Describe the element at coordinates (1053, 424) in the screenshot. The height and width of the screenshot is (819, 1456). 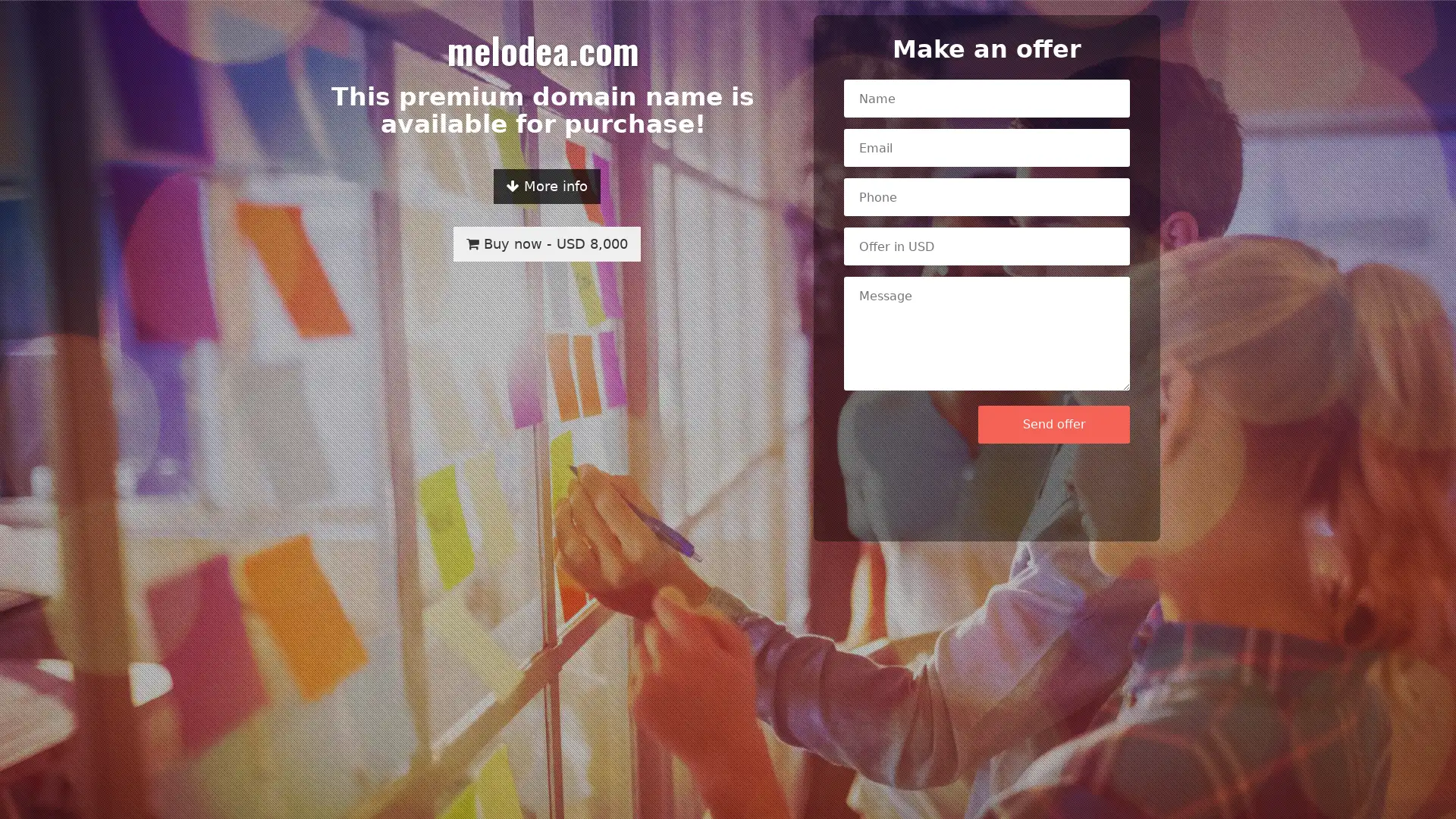
I see `Send offer` at that location.